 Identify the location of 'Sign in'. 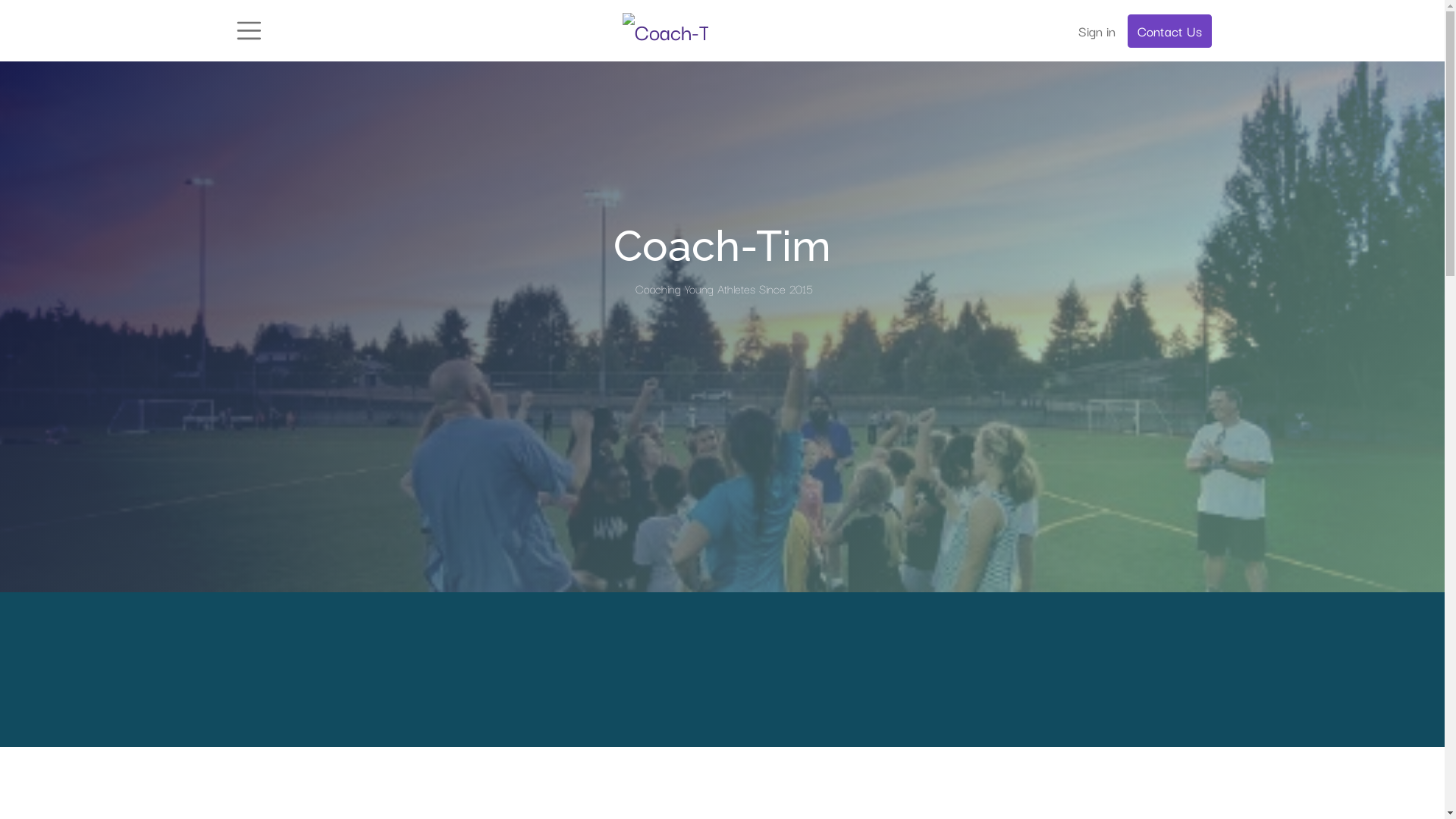
(1097, 31).